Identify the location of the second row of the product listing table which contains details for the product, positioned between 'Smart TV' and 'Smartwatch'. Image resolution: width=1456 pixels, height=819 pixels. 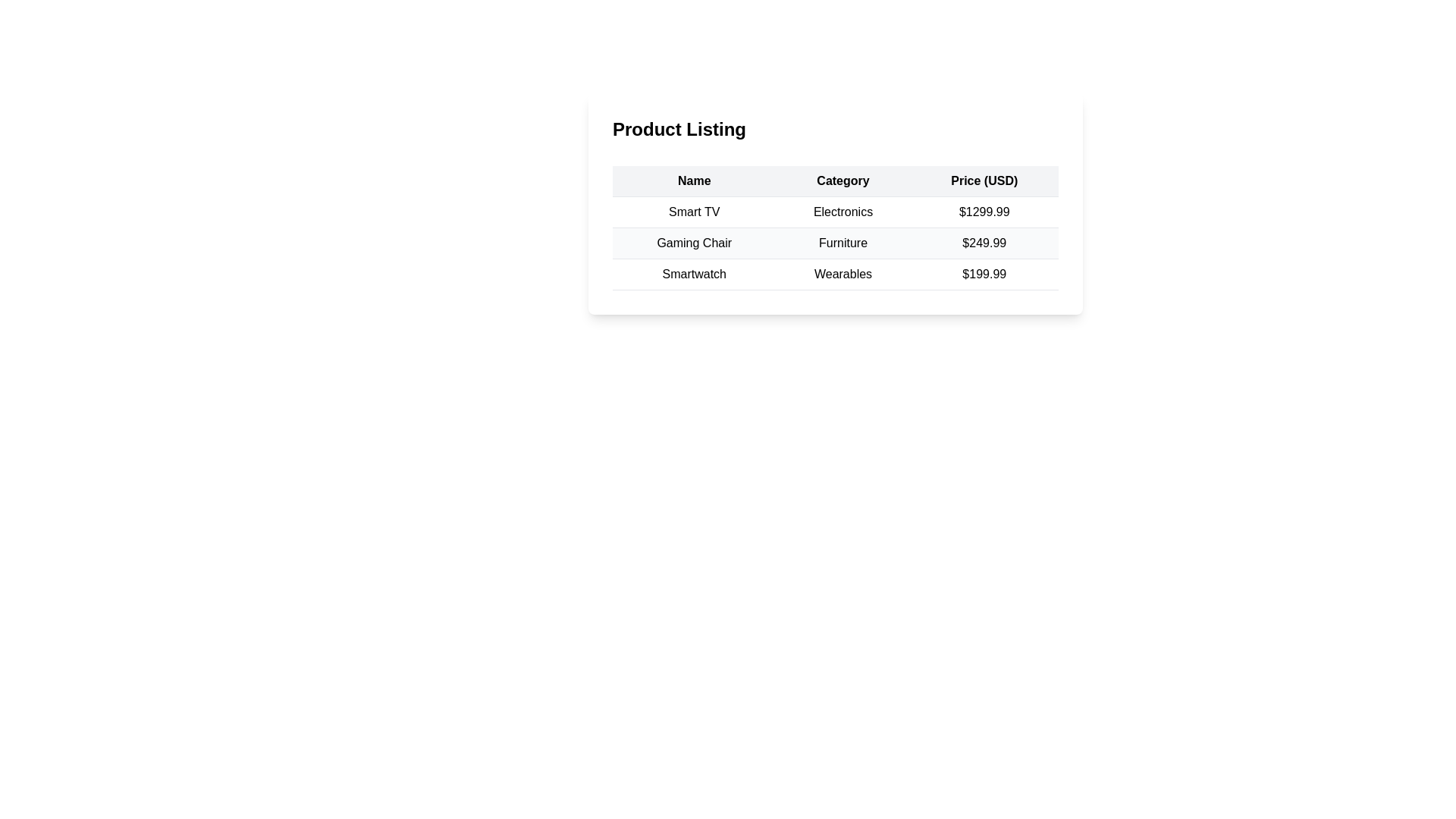
(835, 242).